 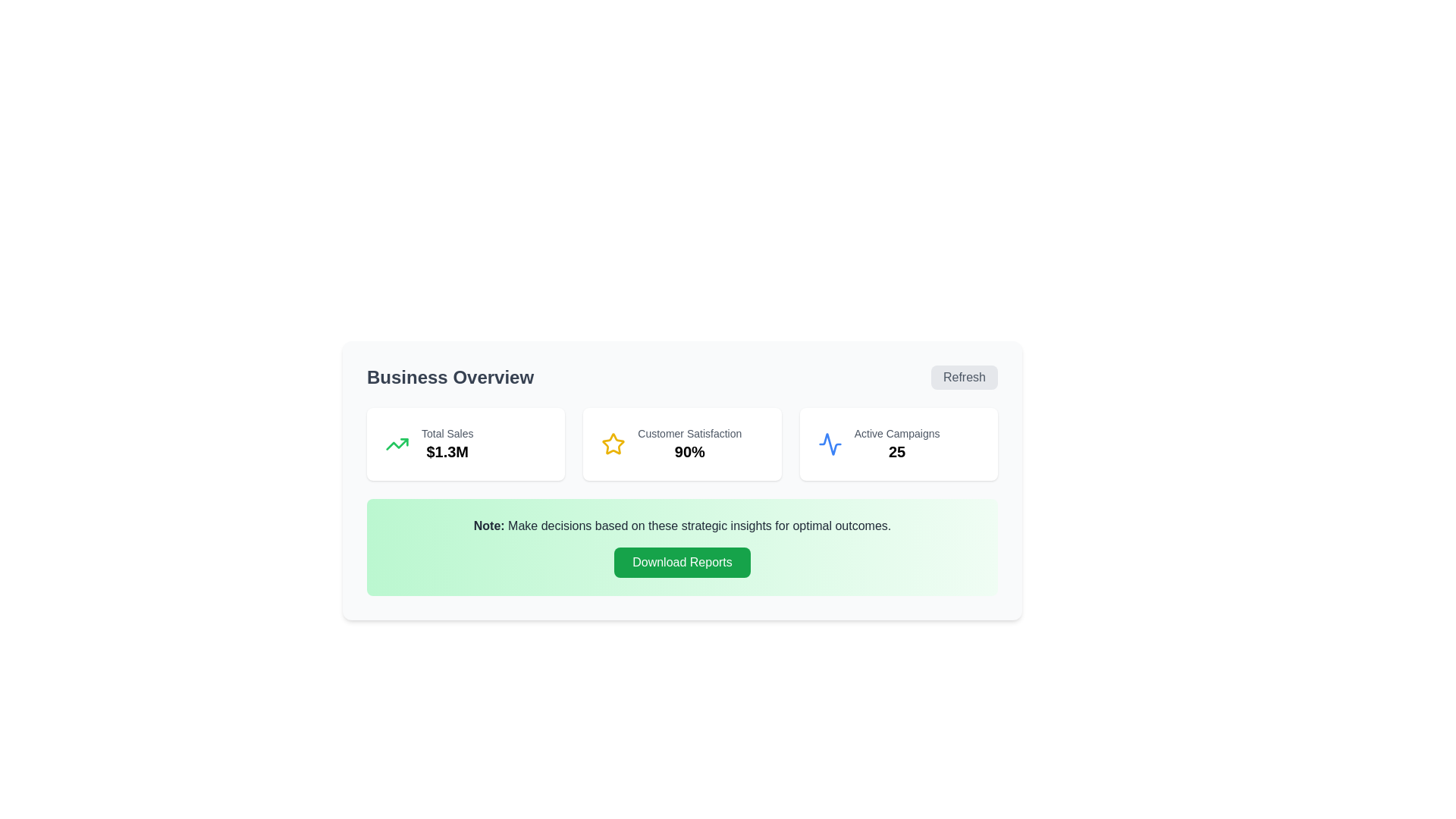 What do you see at coordinates (613, 444) in the screenshot?
I see `the star-shaped icon with a yellow border located to the left of the text 'Customer Satisfaction'` at bounding box center [613, 444].